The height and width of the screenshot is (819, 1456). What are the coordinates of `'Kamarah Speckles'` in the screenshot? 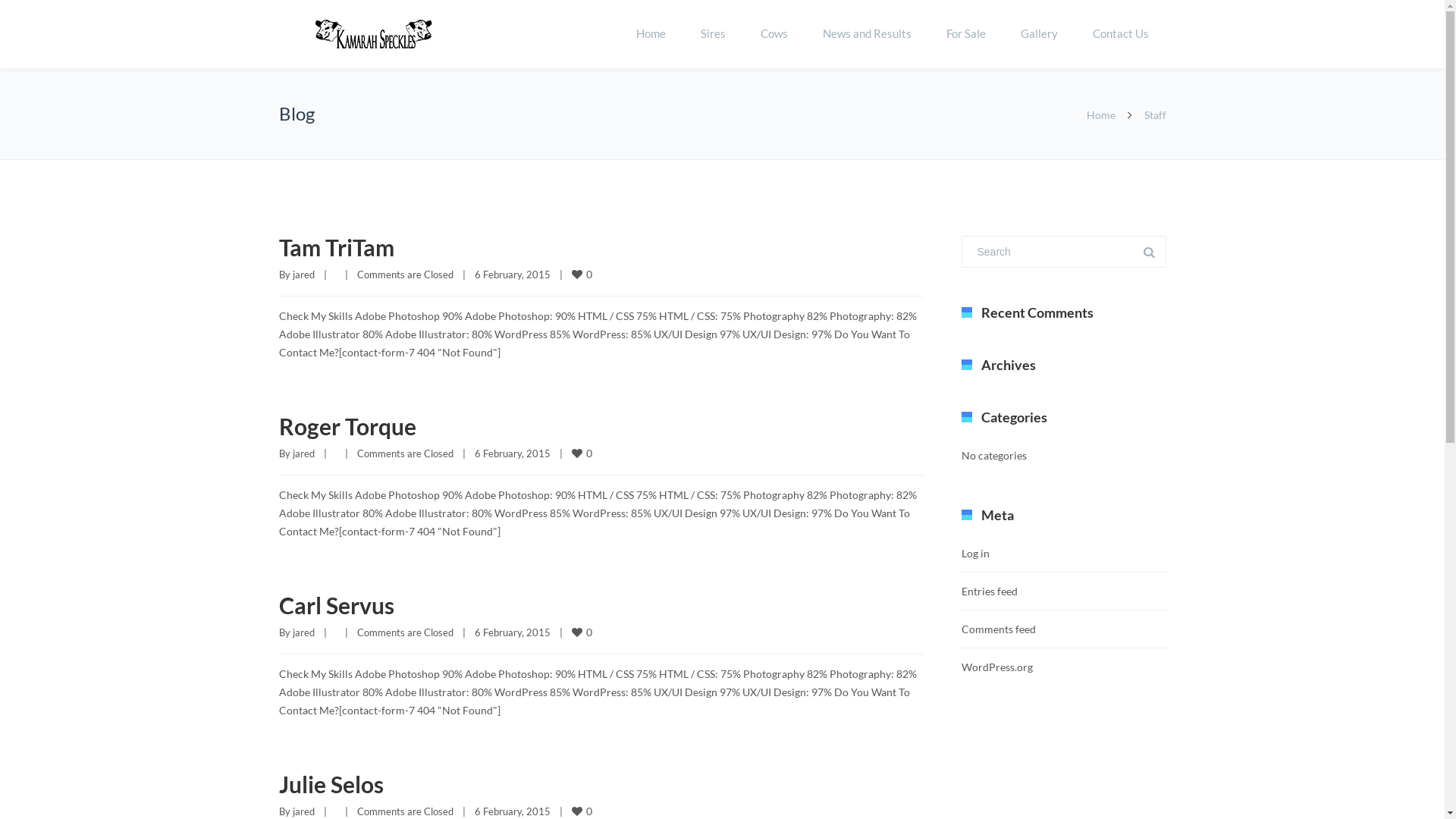 It's located at (374, 34).